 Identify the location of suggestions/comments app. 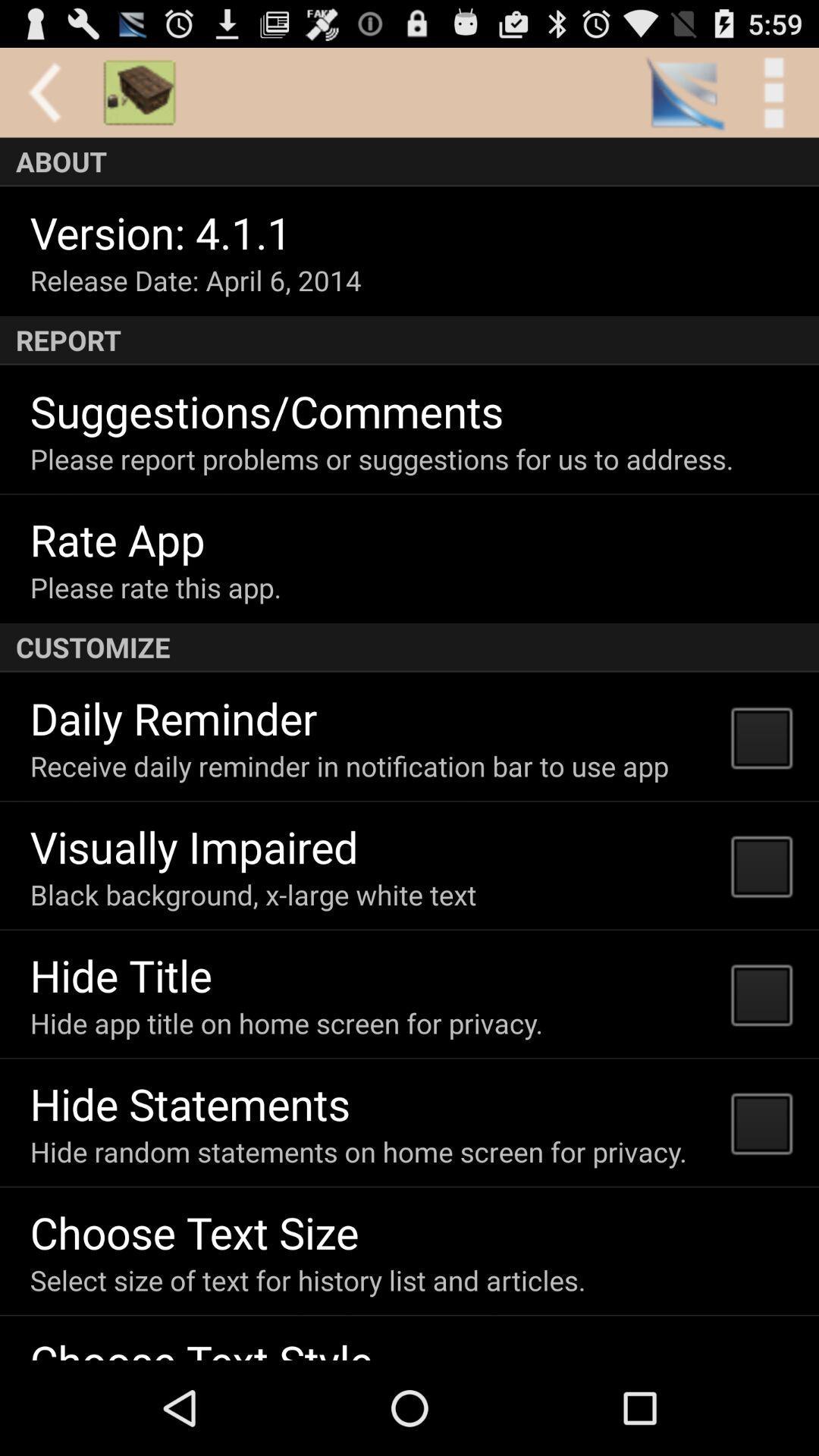
(266, 410).